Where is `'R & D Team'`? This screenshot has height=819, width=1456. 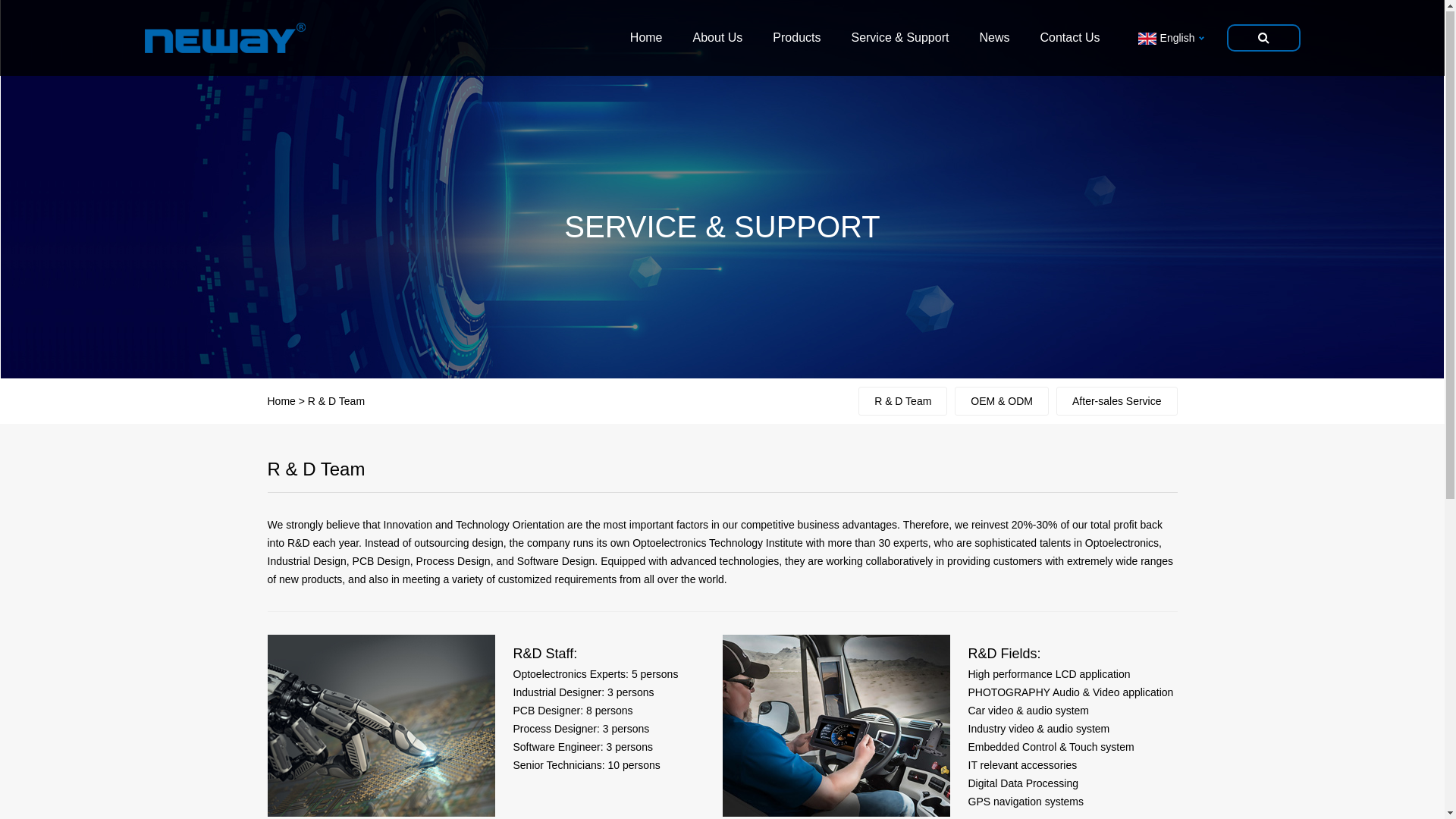 'R & D Team' is located at coordinates (335, 400).